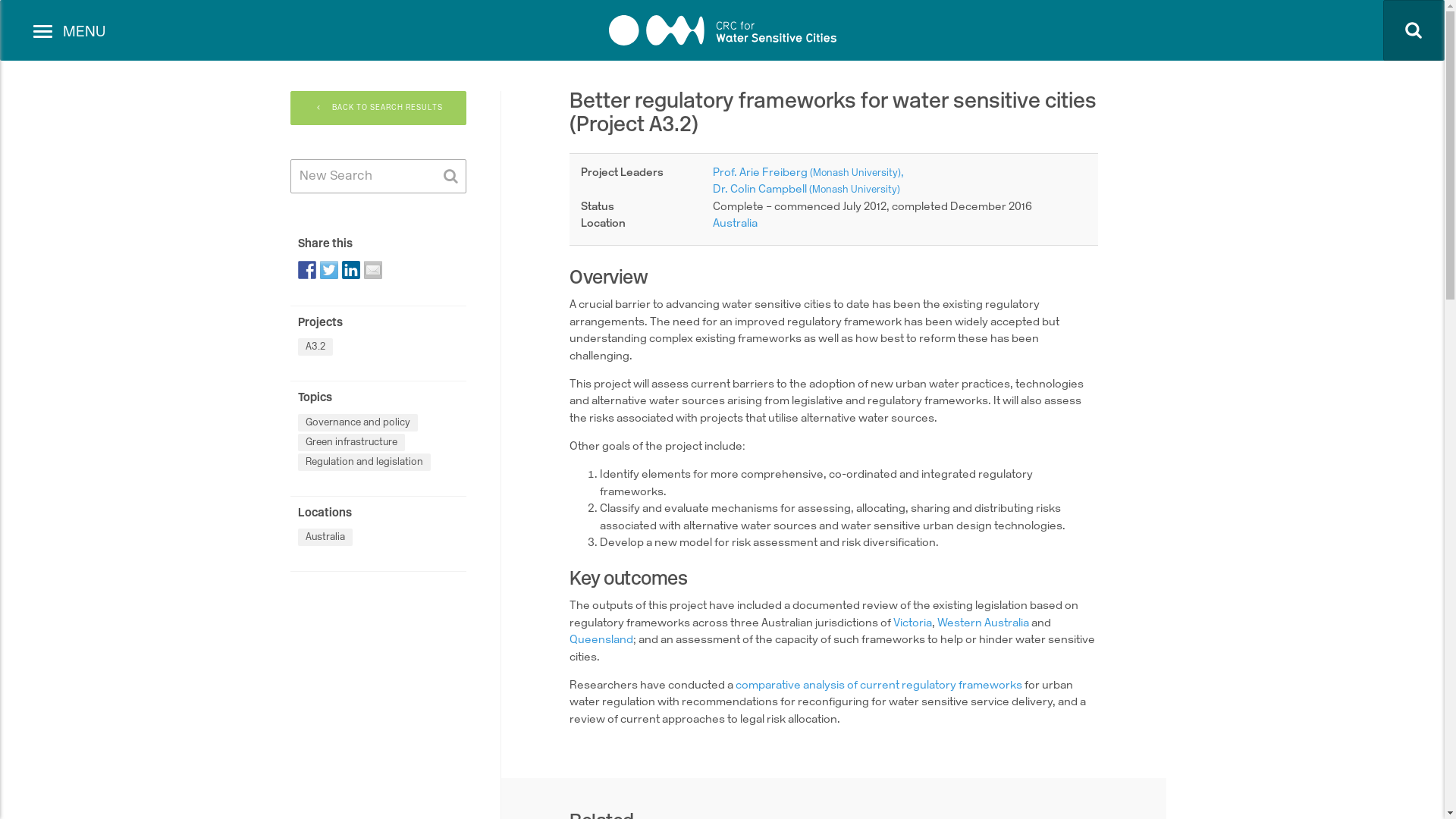 This screenshot has width=1456, height=819. What do you see at coordinates (350, 442) in the screenshot?
I see `'Green infrastructure'` at bounding box center [350, 442].